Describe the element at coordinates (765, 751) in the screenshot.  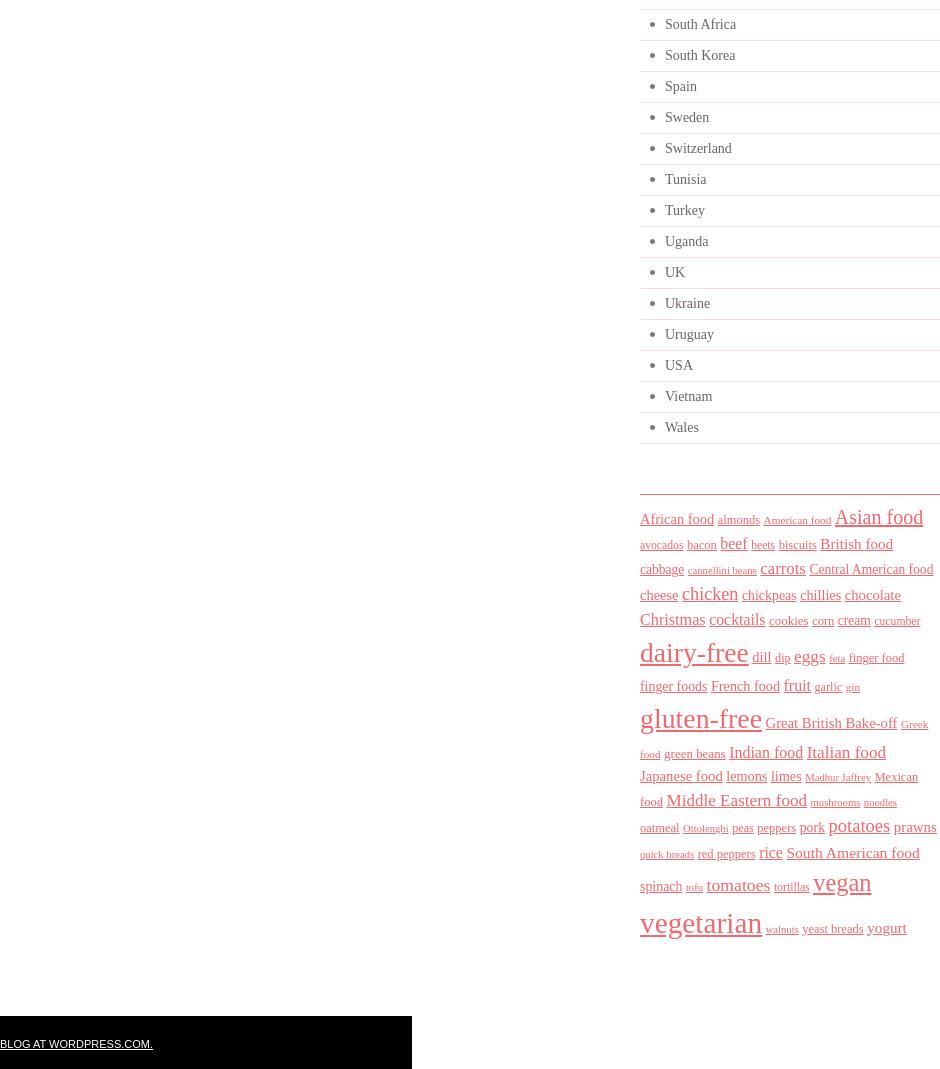
I see `'Indian food'` at that location.